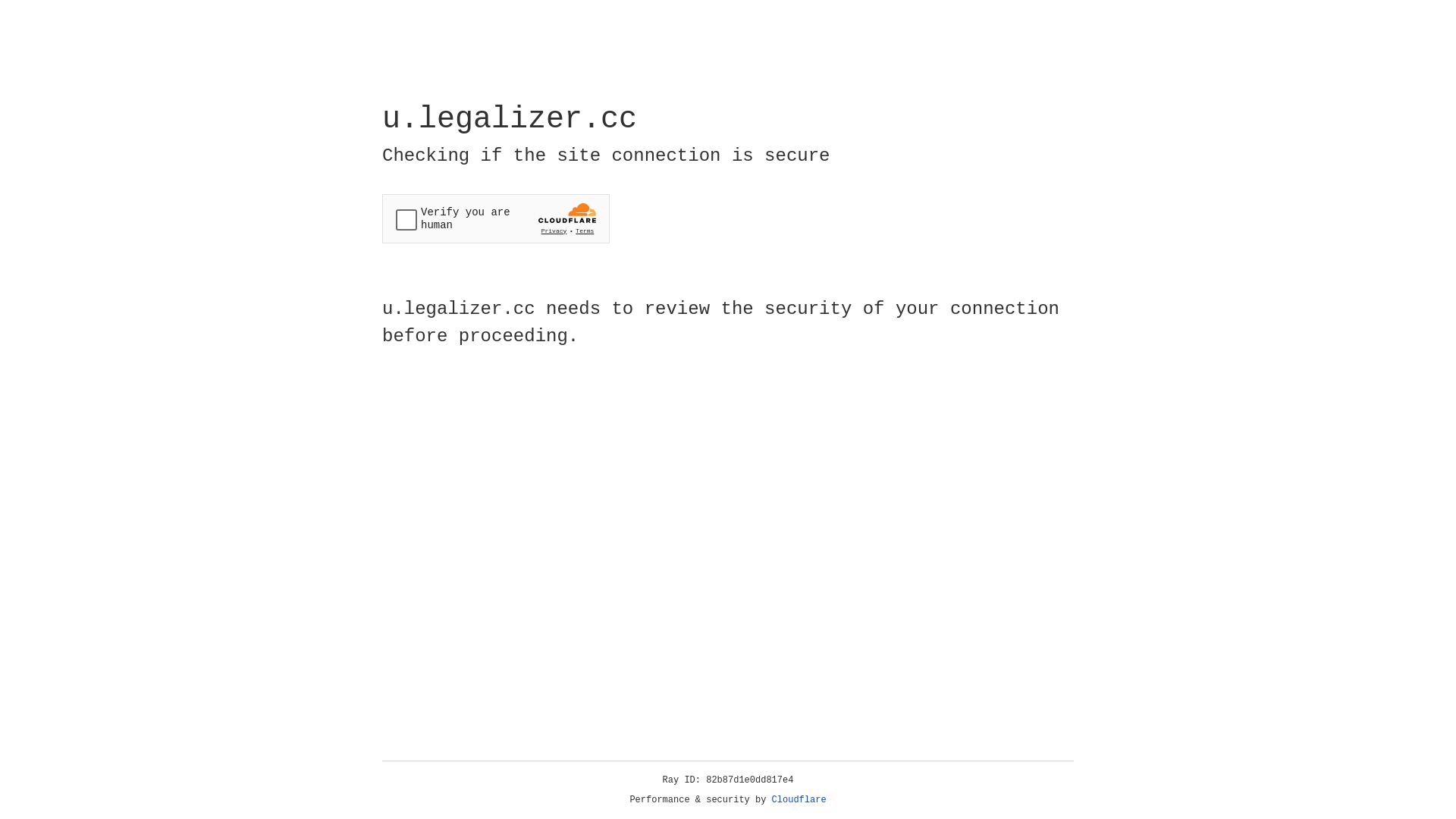 Image resolution: width=1456 pixels, height=819 pixels. Describe the element at coordinates (495, 218) in the screenshot. I see `'Widget containing a Cloudflare security challenge'` at that location.